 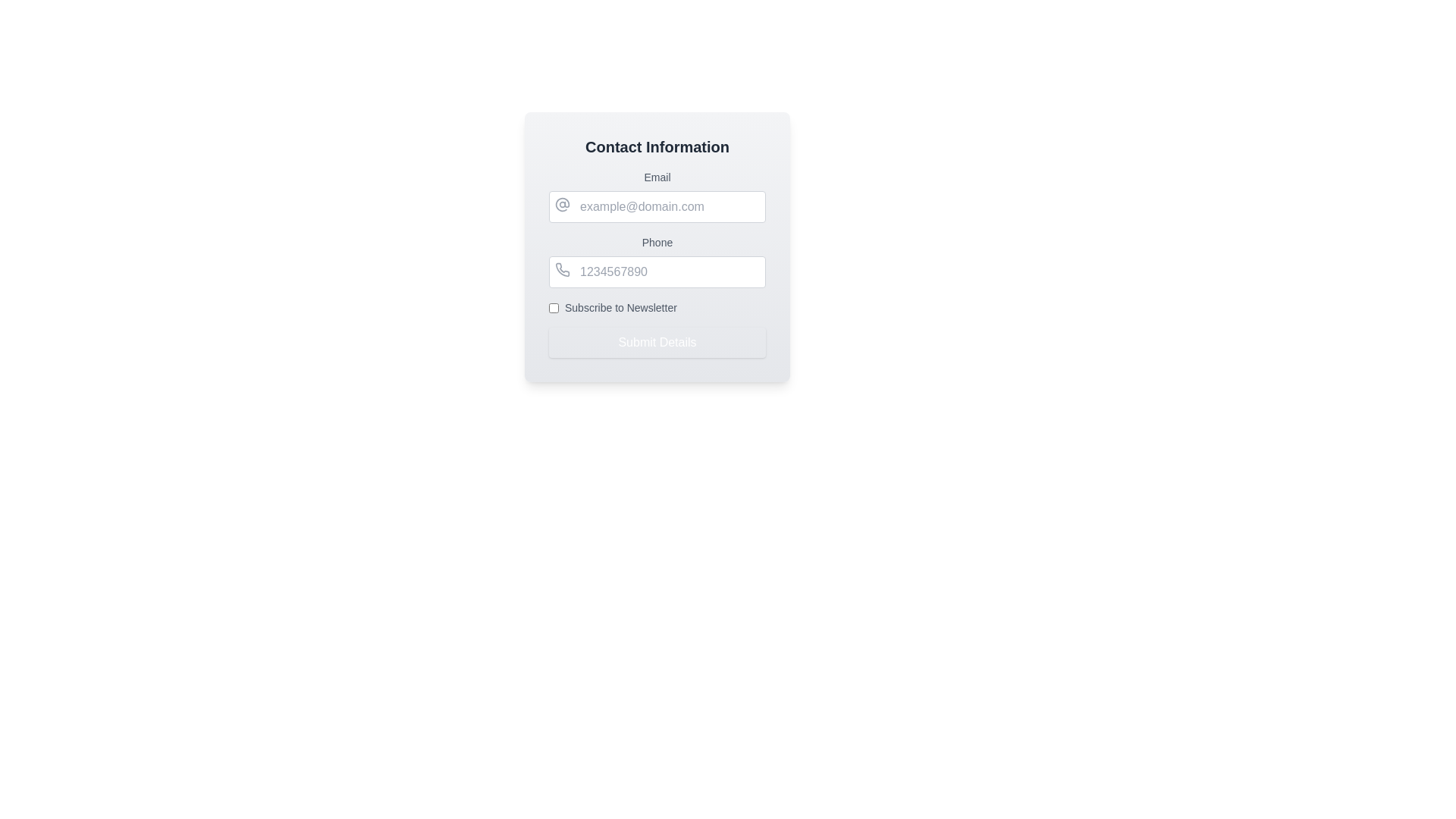 What do you see at coordinates (562, 268) in the screenshot?
I see `the phone number input field icon, which is positioned at the top-left corner of the input field and serves as a visual aid for entering a phone number` at bounding box center [562, 268].